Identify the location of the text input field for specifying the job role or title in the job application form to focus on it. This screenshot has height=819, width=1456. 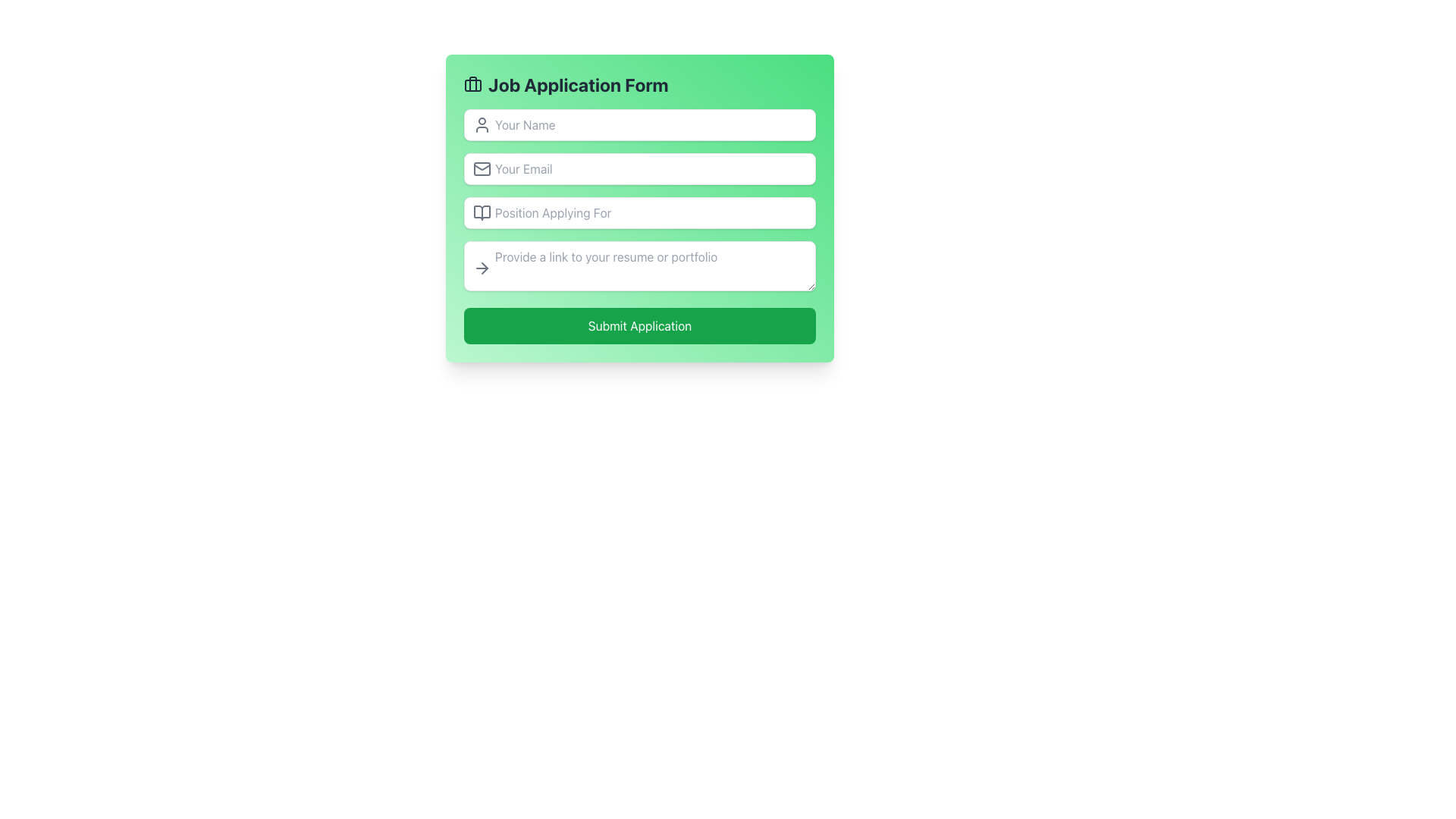
(640, 227).